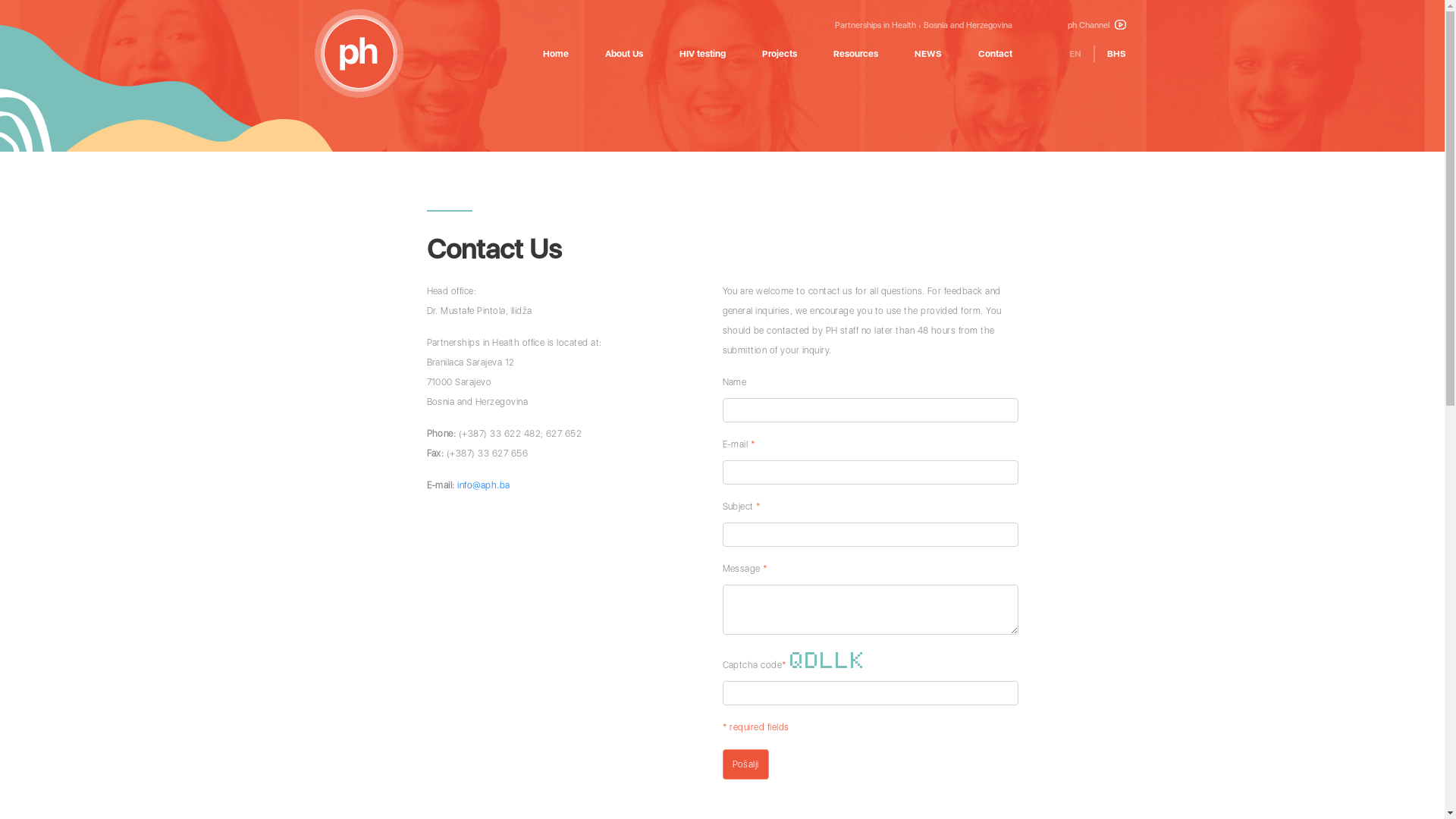  Describe the element at coordinates (874, 25) in the screenshot. I see `'Partnerships in Health'` at that location.